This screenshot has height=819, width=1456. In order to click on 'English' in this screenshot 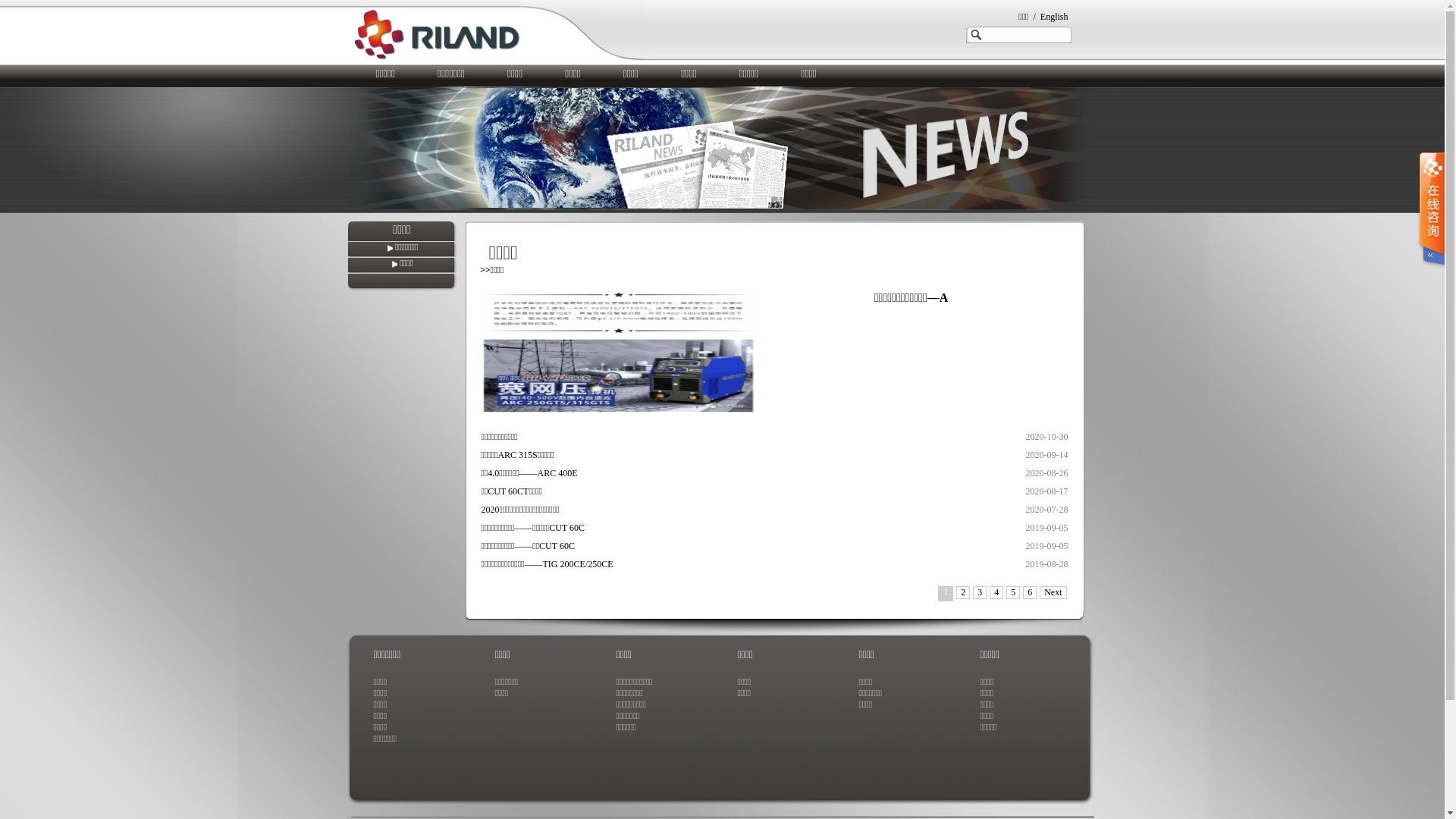, I will do `click(1053, 17)`.